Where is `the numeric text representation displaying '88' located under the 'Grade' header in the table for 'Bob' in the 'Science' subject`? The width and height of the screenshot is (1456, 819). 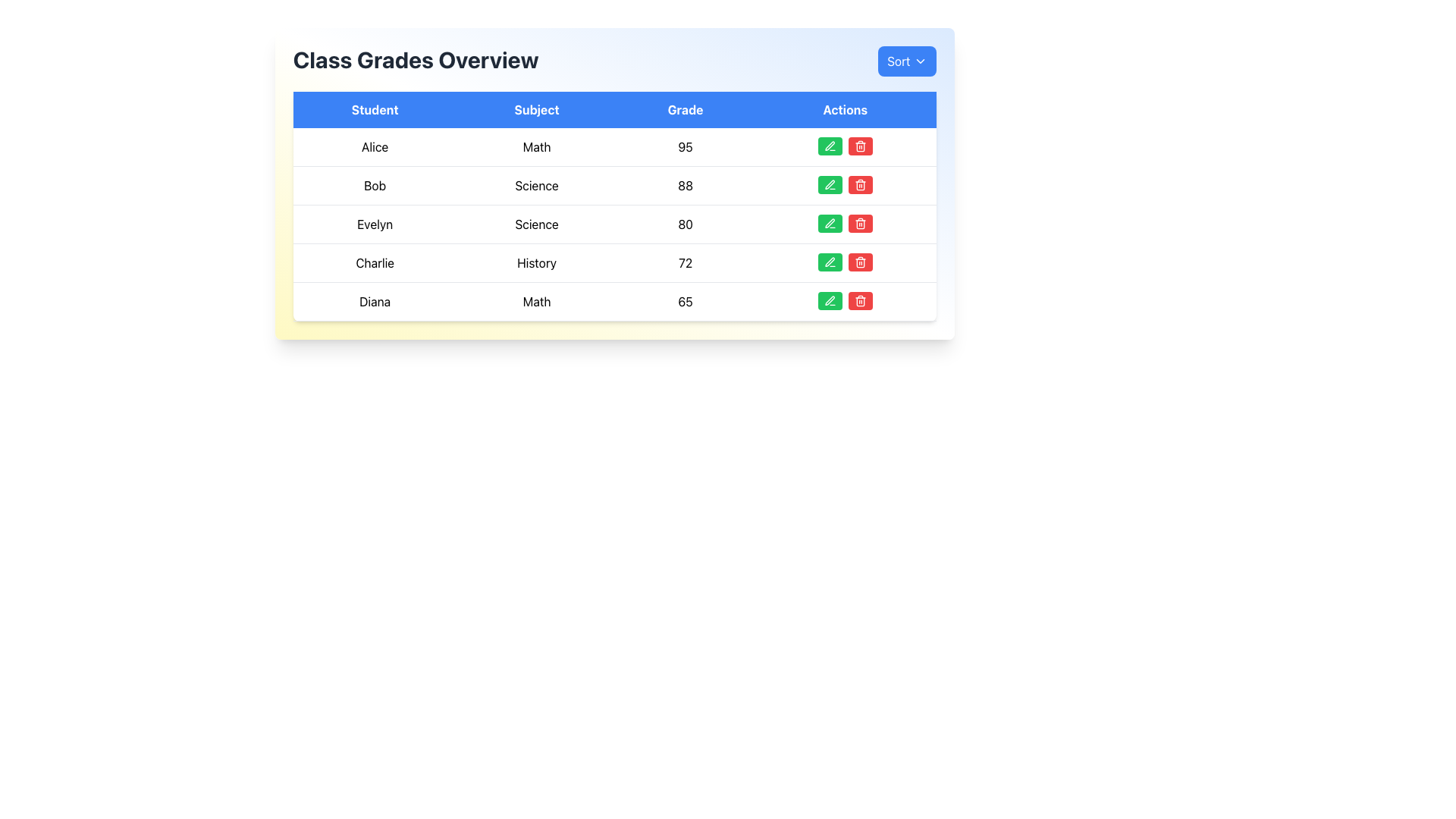 the numeric text representation displaying '88' located under the 'Grade' header in the table for 'Bob' in the 'Science' subject is located at coordinates (685, 185).